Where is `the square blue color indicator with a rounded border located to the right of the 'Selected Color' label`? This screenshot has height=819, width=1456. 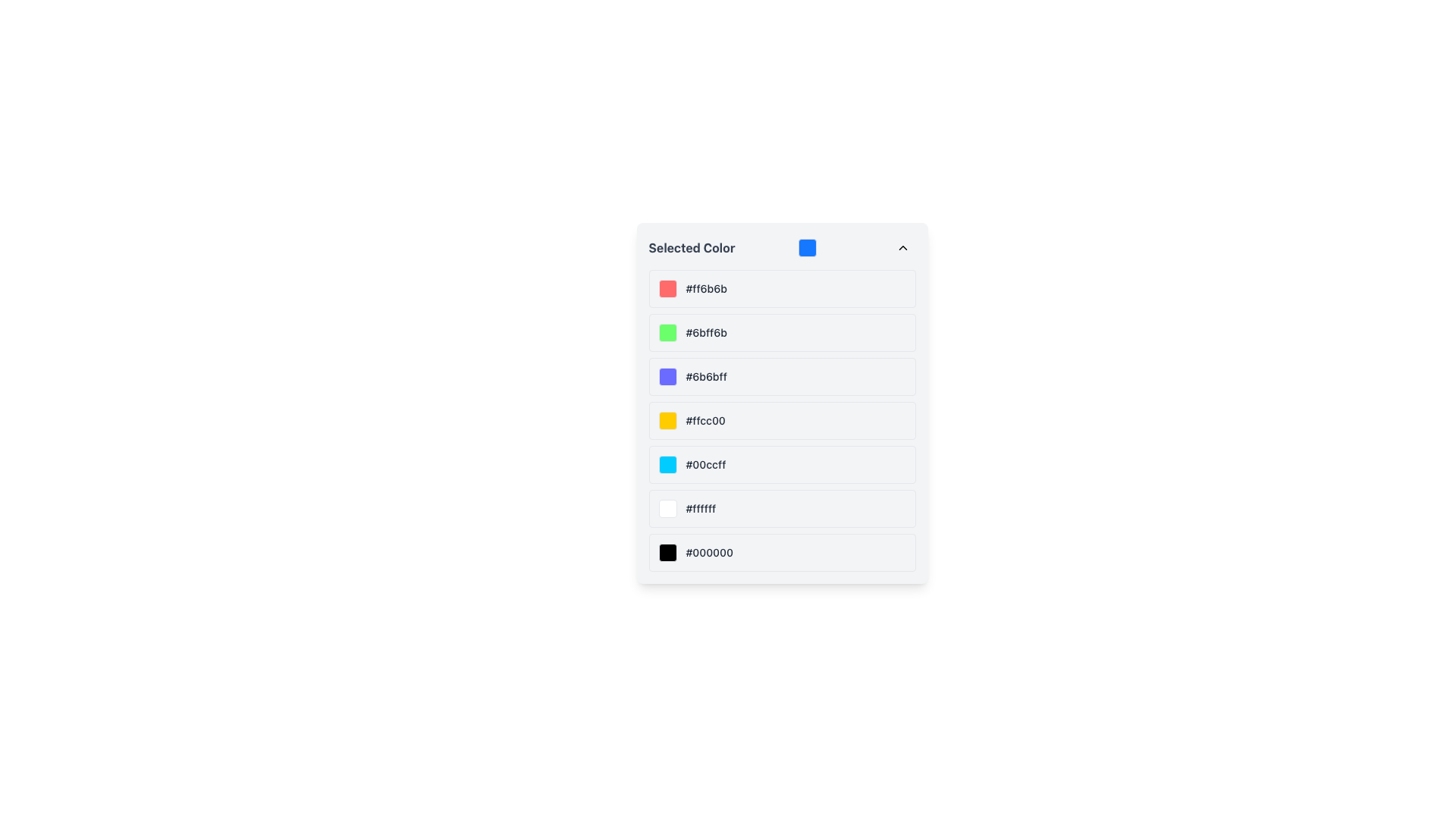 the square blue color indicator with a rounded border located to the right of the 'Selected Color' label is located at coordinates (807, 247).